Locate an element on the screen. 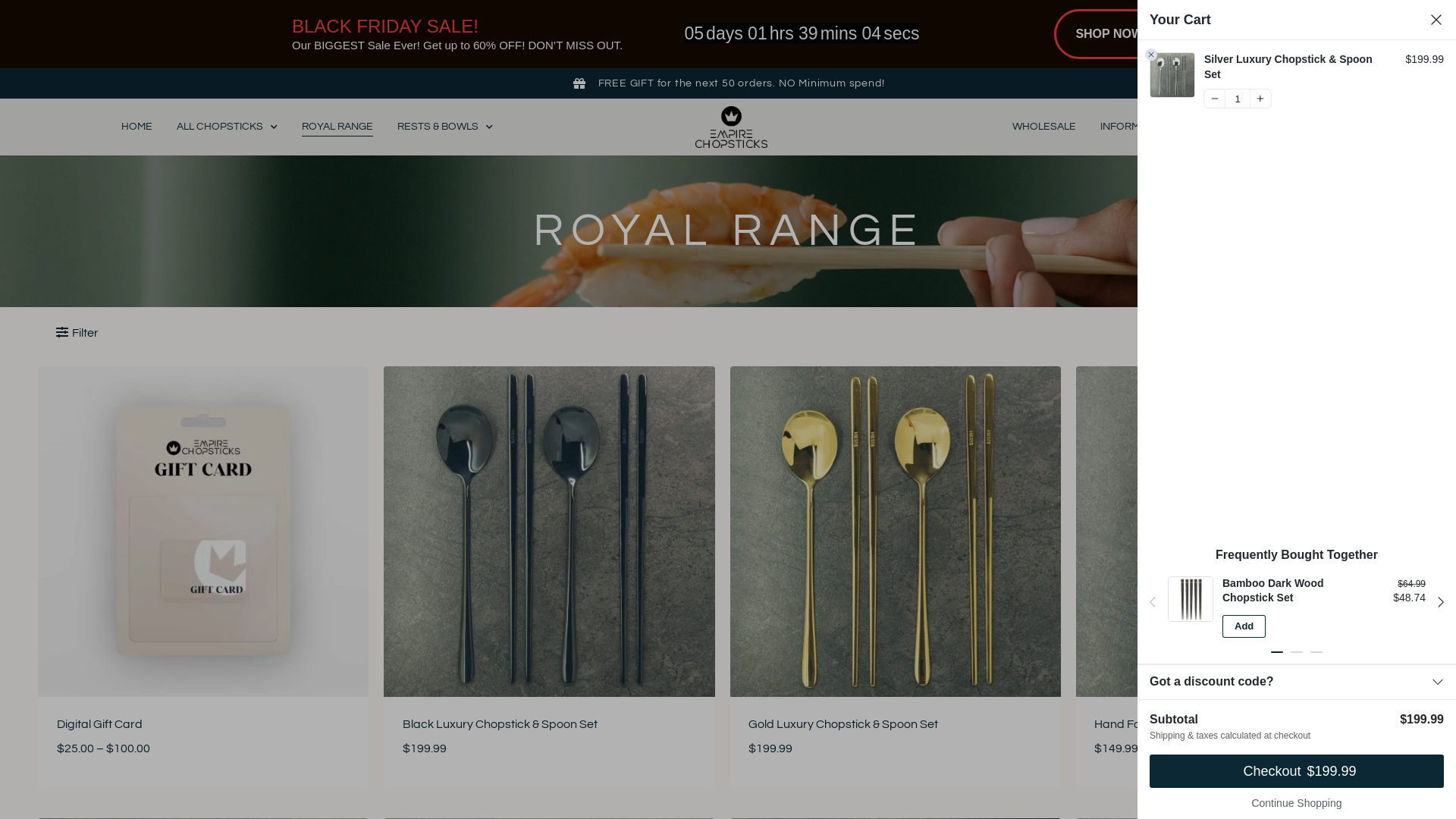  'RESTS & BOWLS' is located at coordinates (444, 126).